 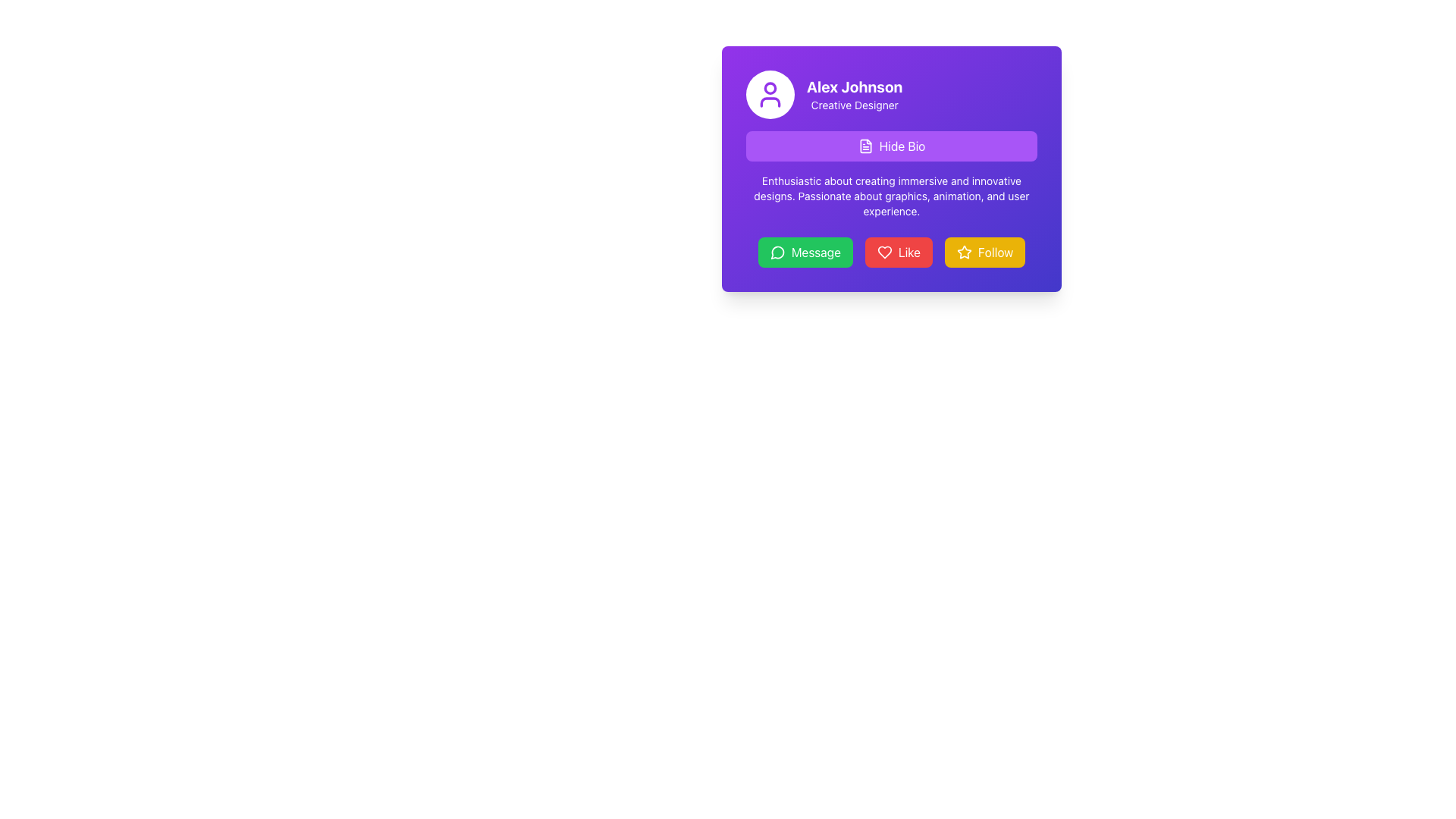 I want to click on the leftmost button with a green background and a white speech bubble icon labeled 'Message', so click(x=805, y=251).